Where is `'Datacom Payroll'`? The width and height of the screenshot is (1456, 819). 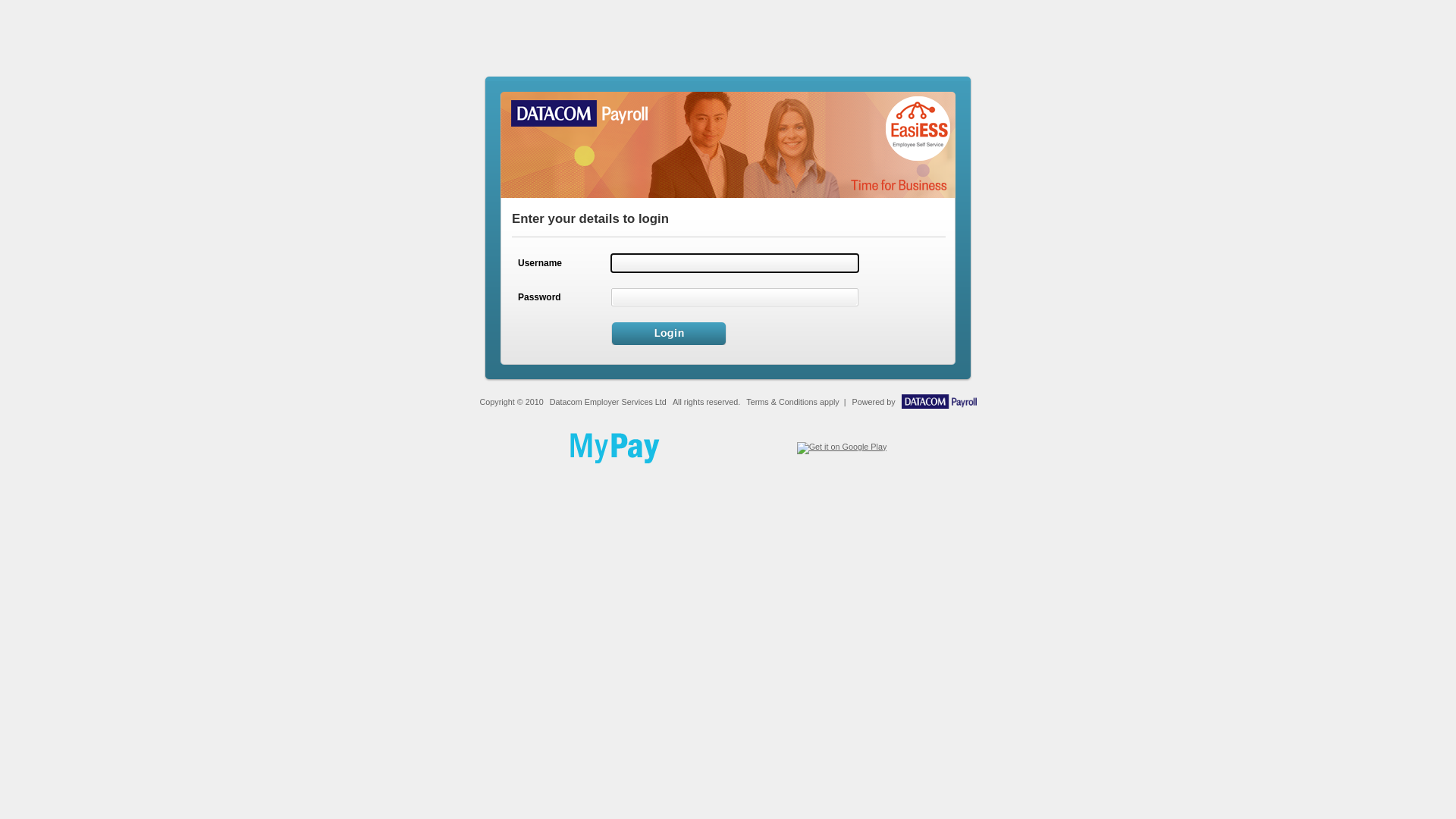
'Datacom Payroll' is located at coordinates (938, 405).